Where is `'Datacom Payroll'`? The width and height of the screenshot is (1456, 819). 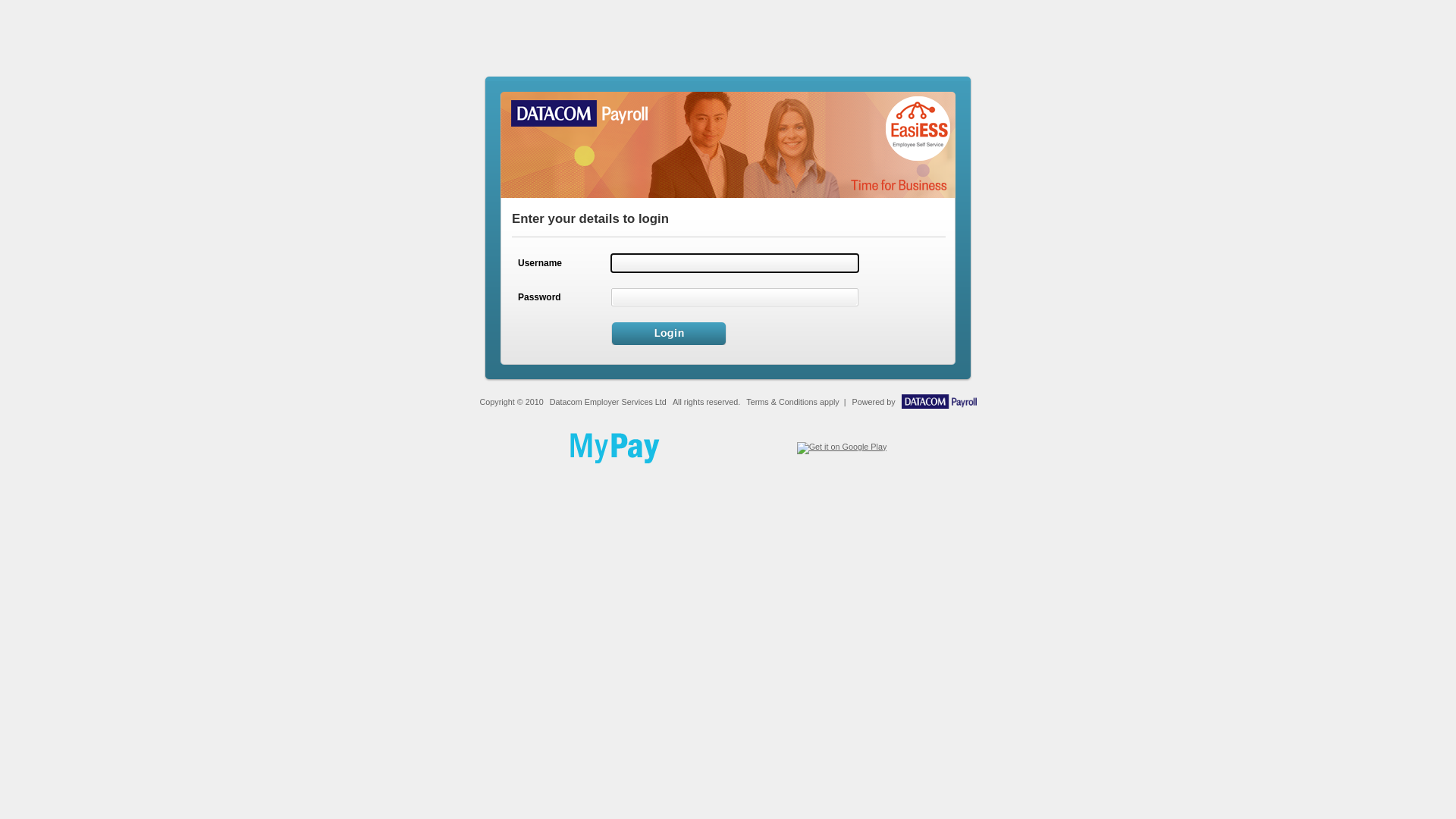
'Datacom Payroll' is located at coordinates (938, 405).